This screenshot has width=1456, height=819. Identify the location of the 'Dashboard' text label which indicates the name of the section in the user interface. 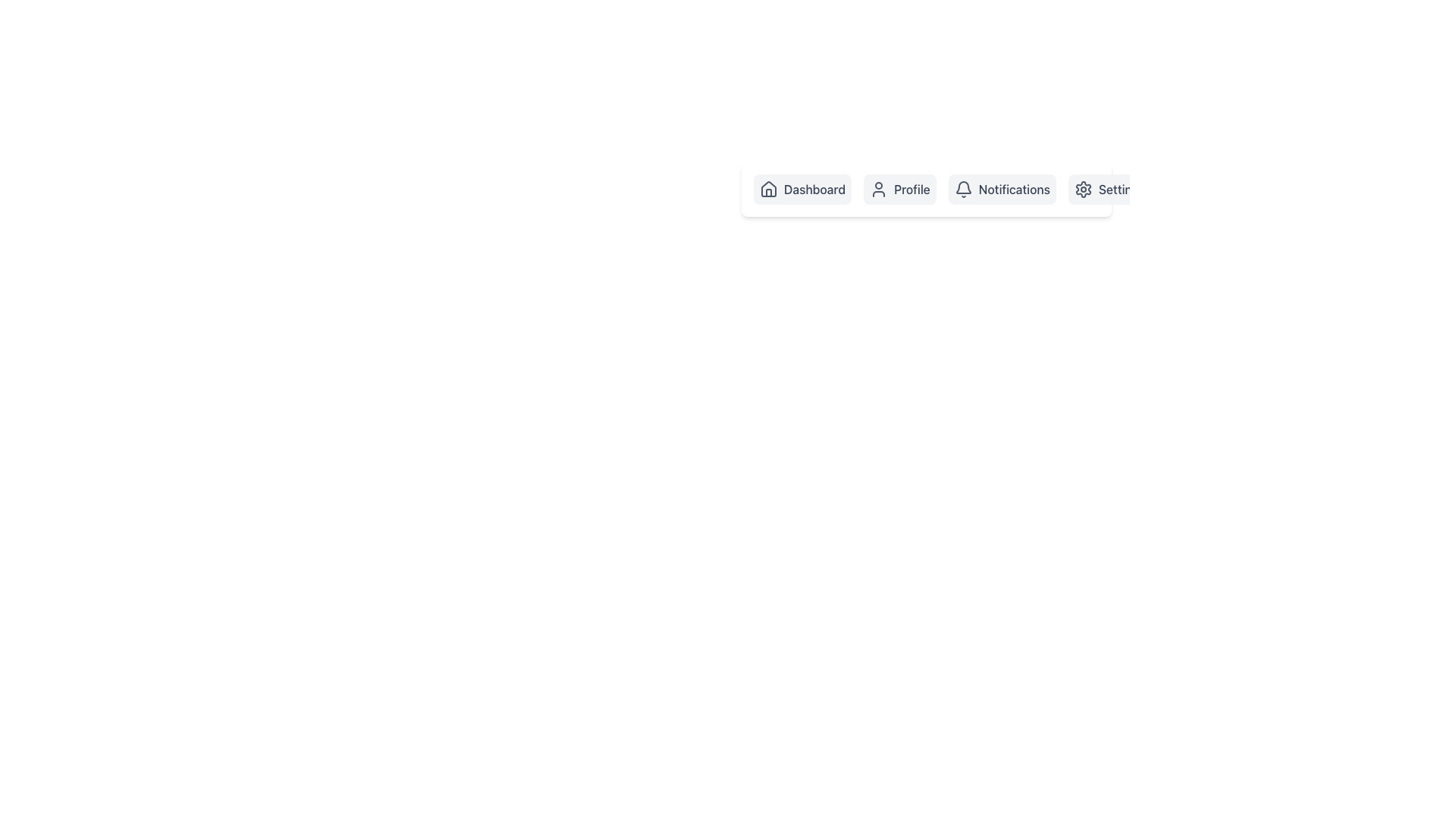
(814, 189).